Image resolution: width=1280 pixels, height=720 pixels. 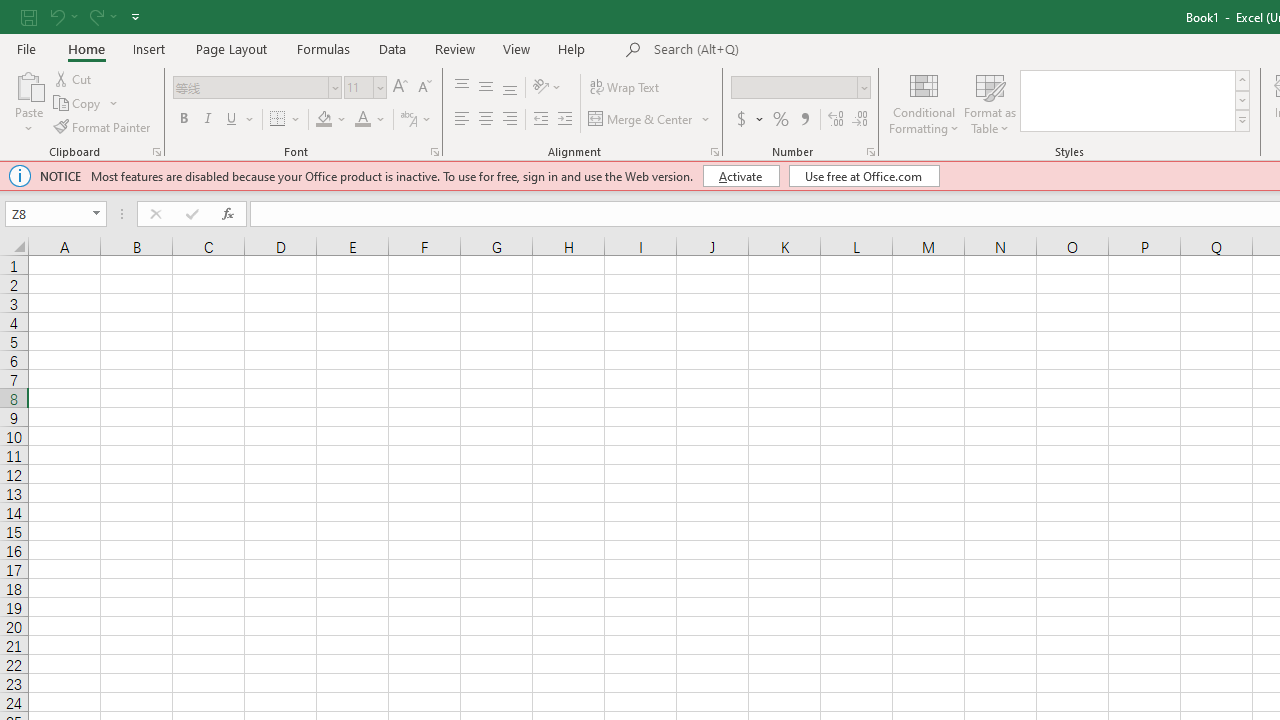 What do you see at coordinates (793, 86) in the screenshot?
I see `'Number Format'` at bounding box center [793, 86].